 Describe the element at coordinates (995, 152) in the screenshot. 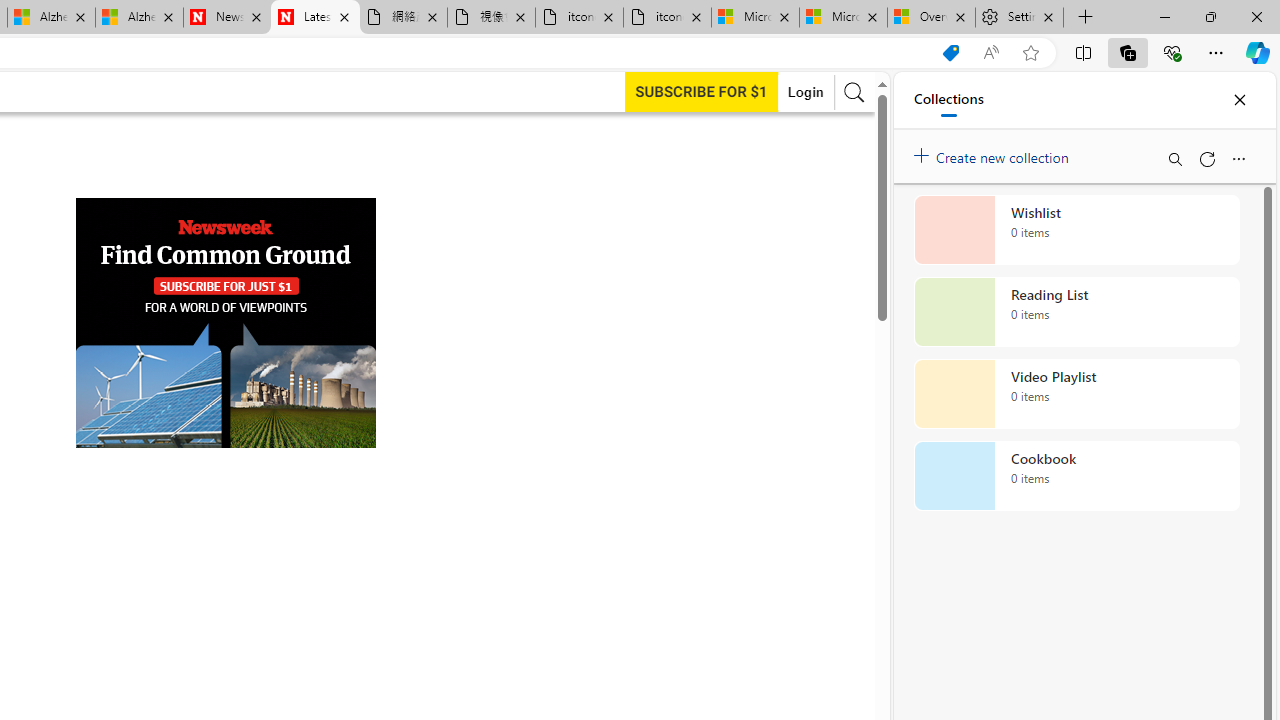

I see `'Create new collection'` at that location.